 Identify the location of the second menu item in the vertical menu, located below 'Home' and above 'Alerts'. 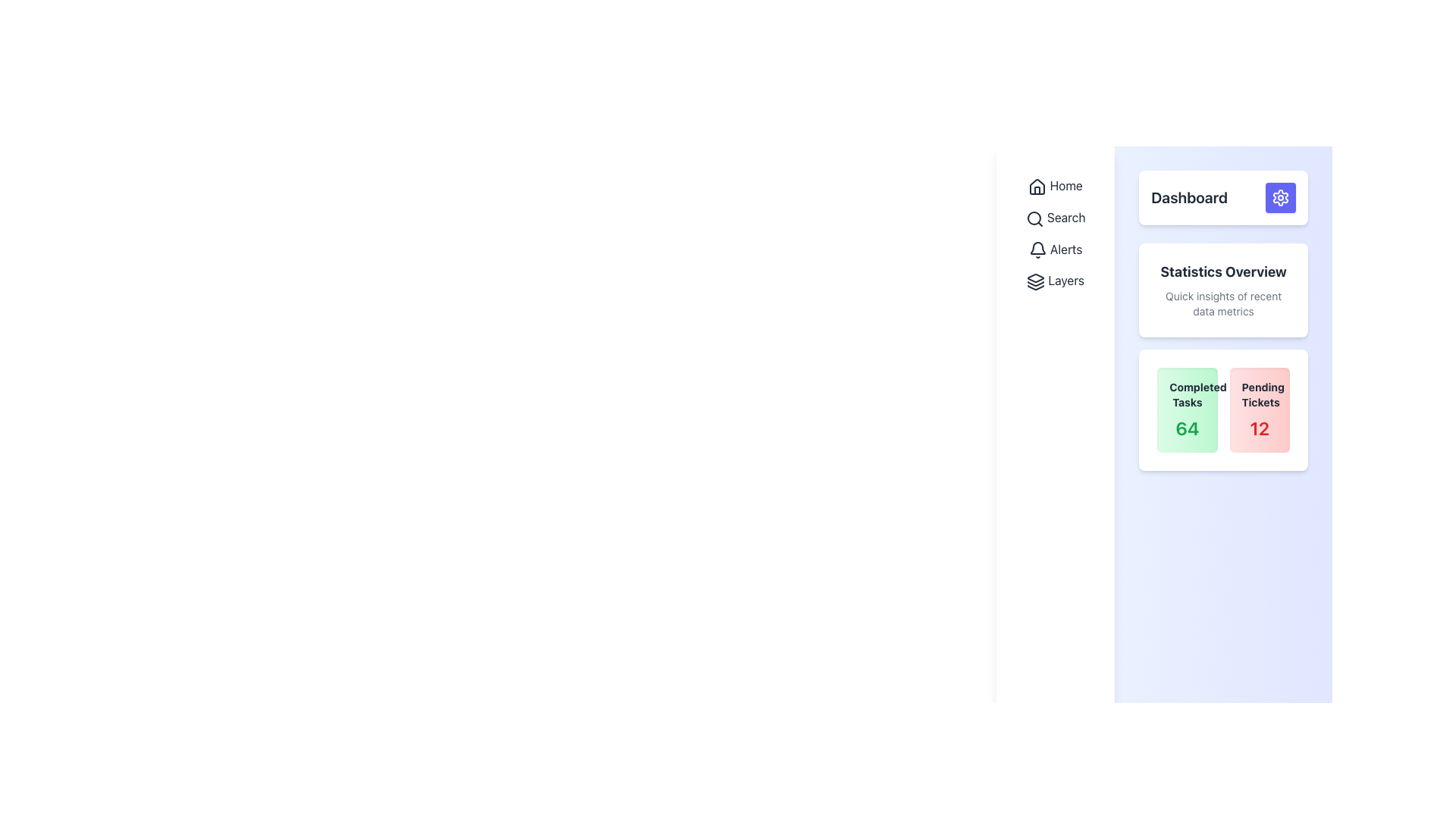
(1055, 218).